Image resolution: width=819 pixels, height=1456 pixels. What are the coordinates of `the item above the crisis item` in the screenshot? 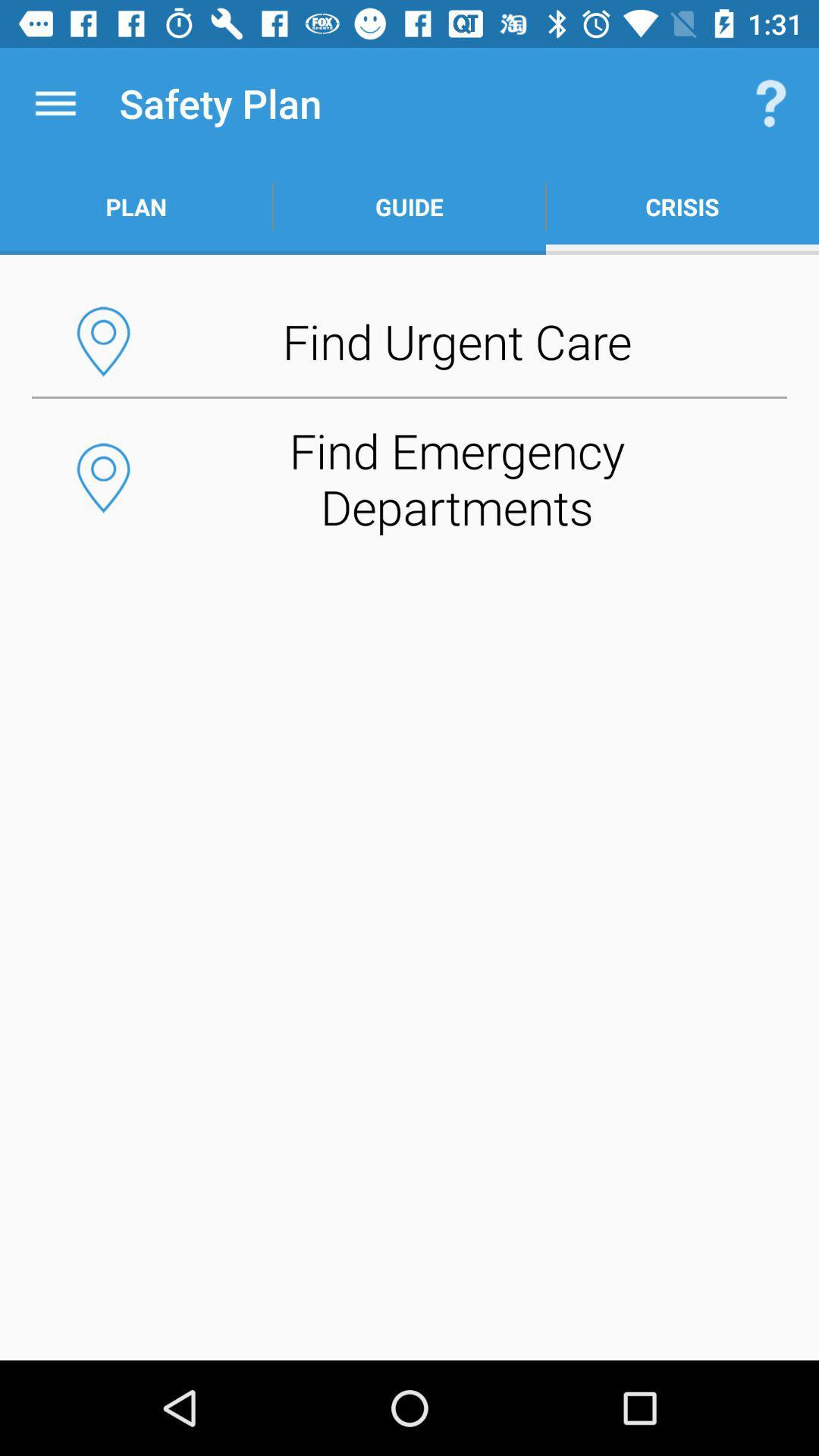 It's located at (771, 102).